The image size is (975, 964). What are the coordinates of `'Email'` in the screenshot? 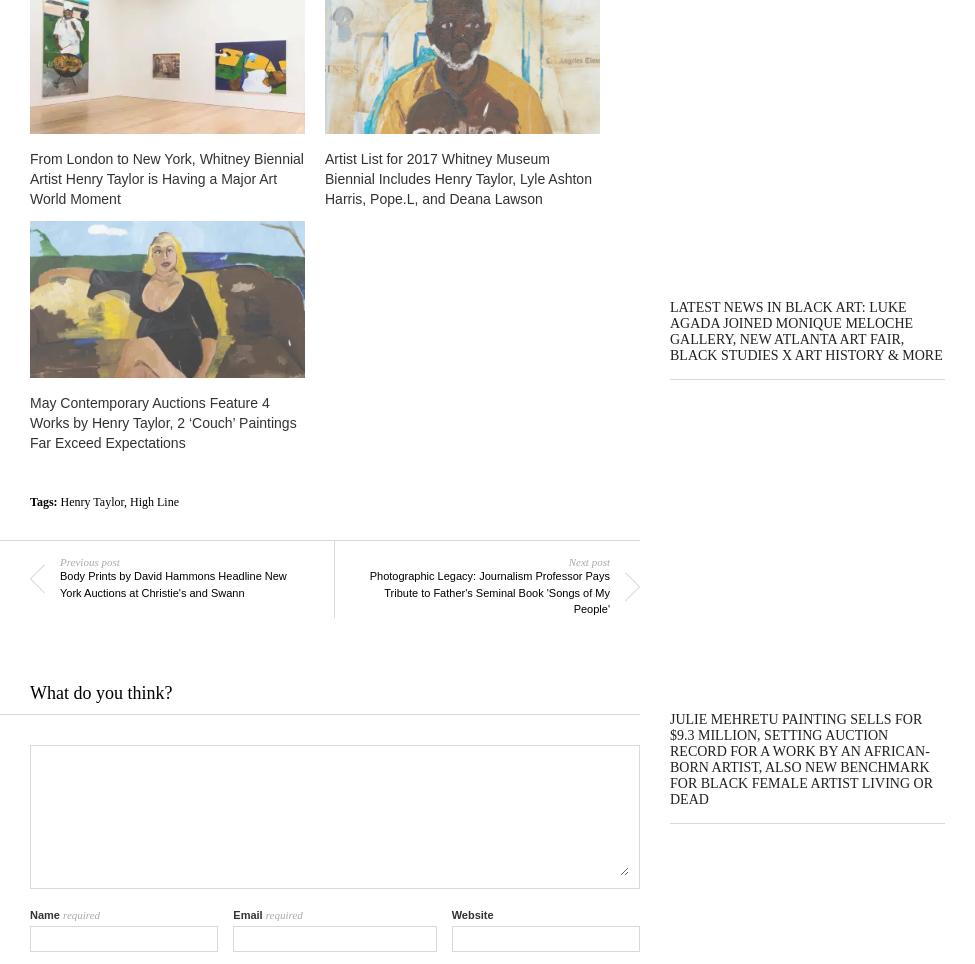 It's located at (249, 912).